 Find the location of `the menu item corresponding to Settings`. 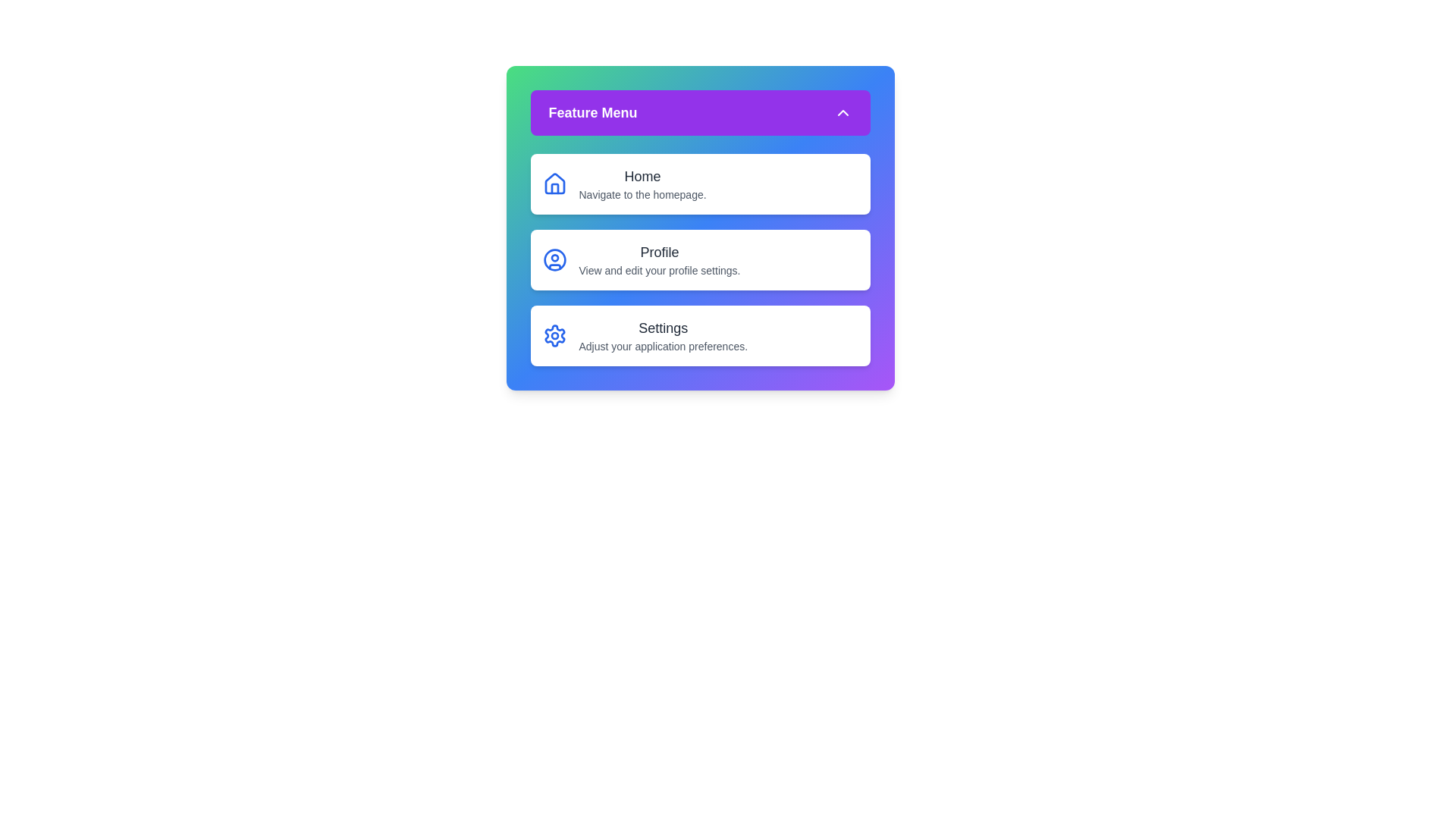

the menu item corresponding to Settings is located at coordinates (699, 335).